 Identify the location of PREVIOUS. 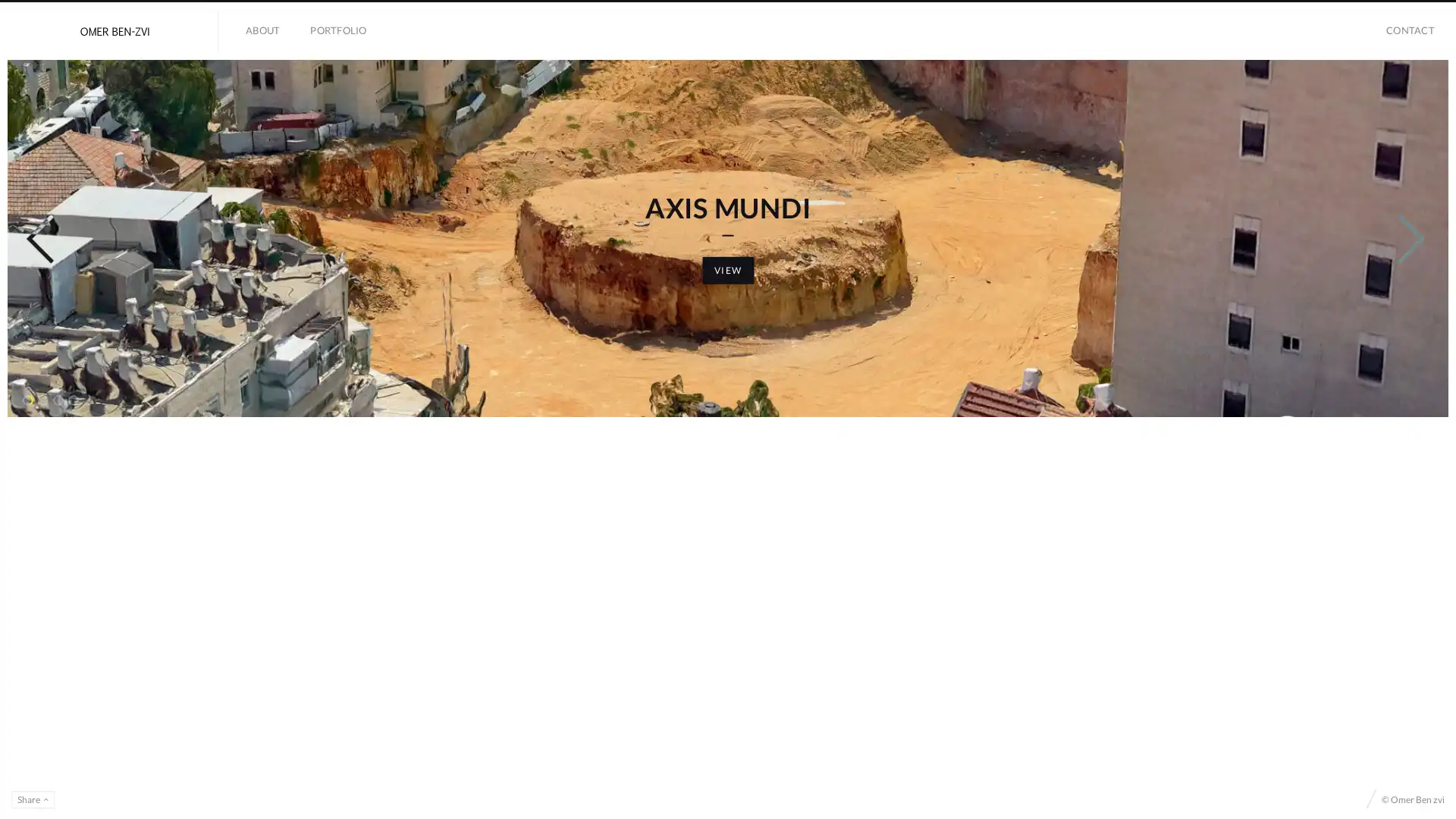
(45, 420).